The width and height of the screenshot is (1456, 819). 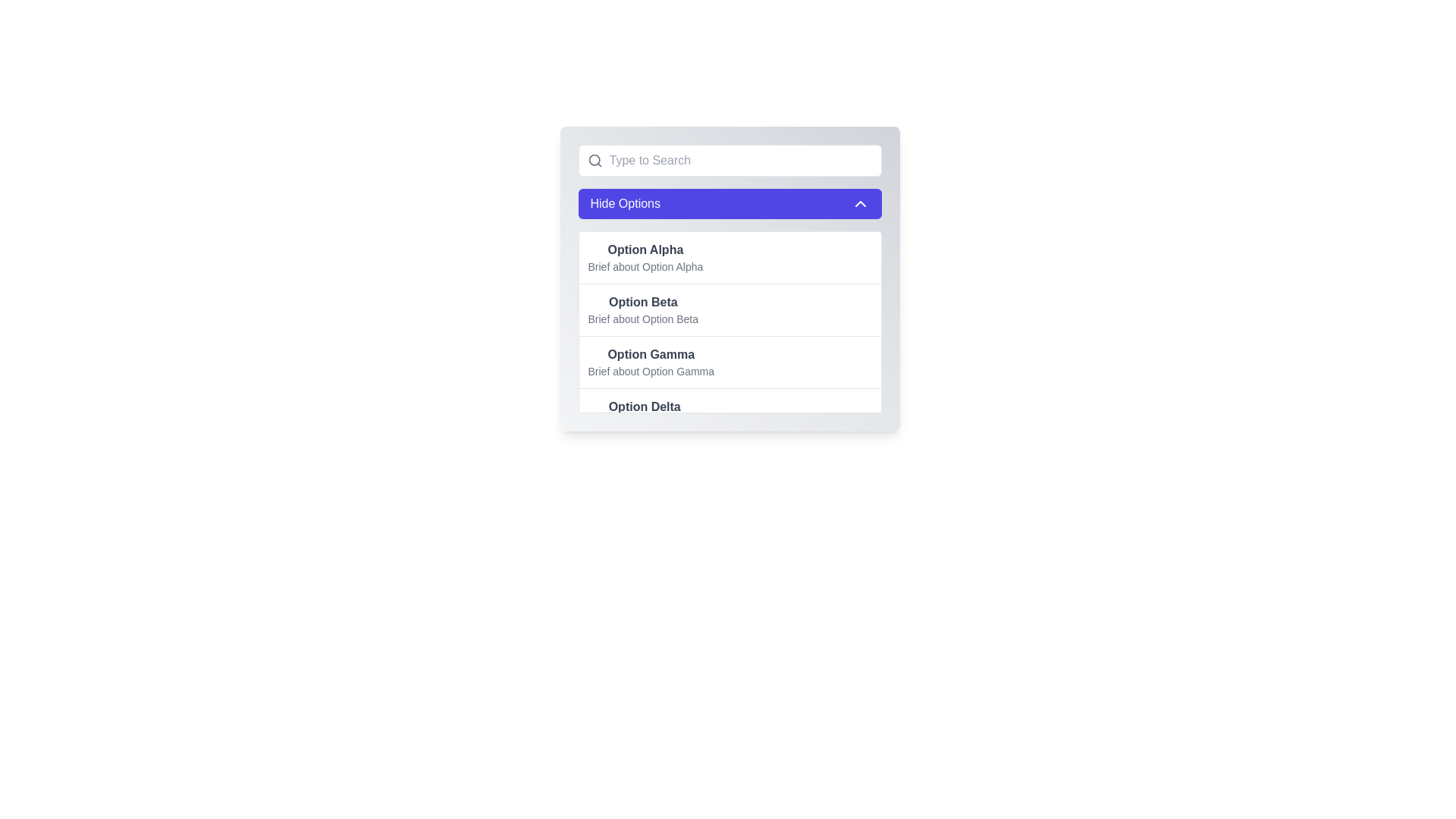 What do you see at coordinates (651, 371) in the screenshot?
I see `the label reading 'Brief about Option Gamma' located directly beneath the primary text 'Option Gamma' in the dropdown menu titled 'Hide Options.'` at bounding box center [651, 371].